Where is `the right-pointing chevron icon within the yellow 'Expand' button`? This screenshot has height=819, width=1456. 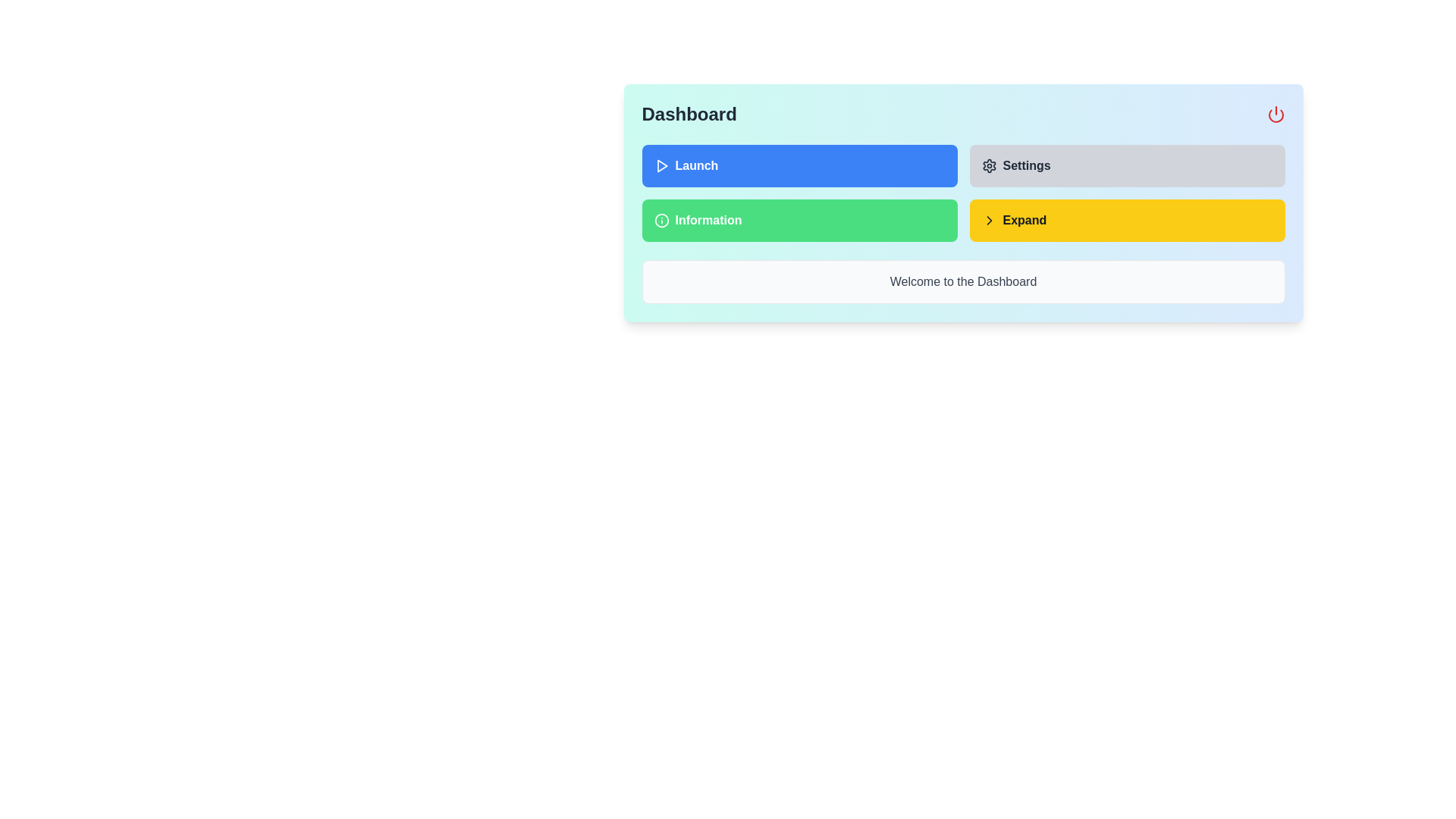 the right-pointing chevron icon within the yellow 'Expand' button is located at coordinates (989, 220).